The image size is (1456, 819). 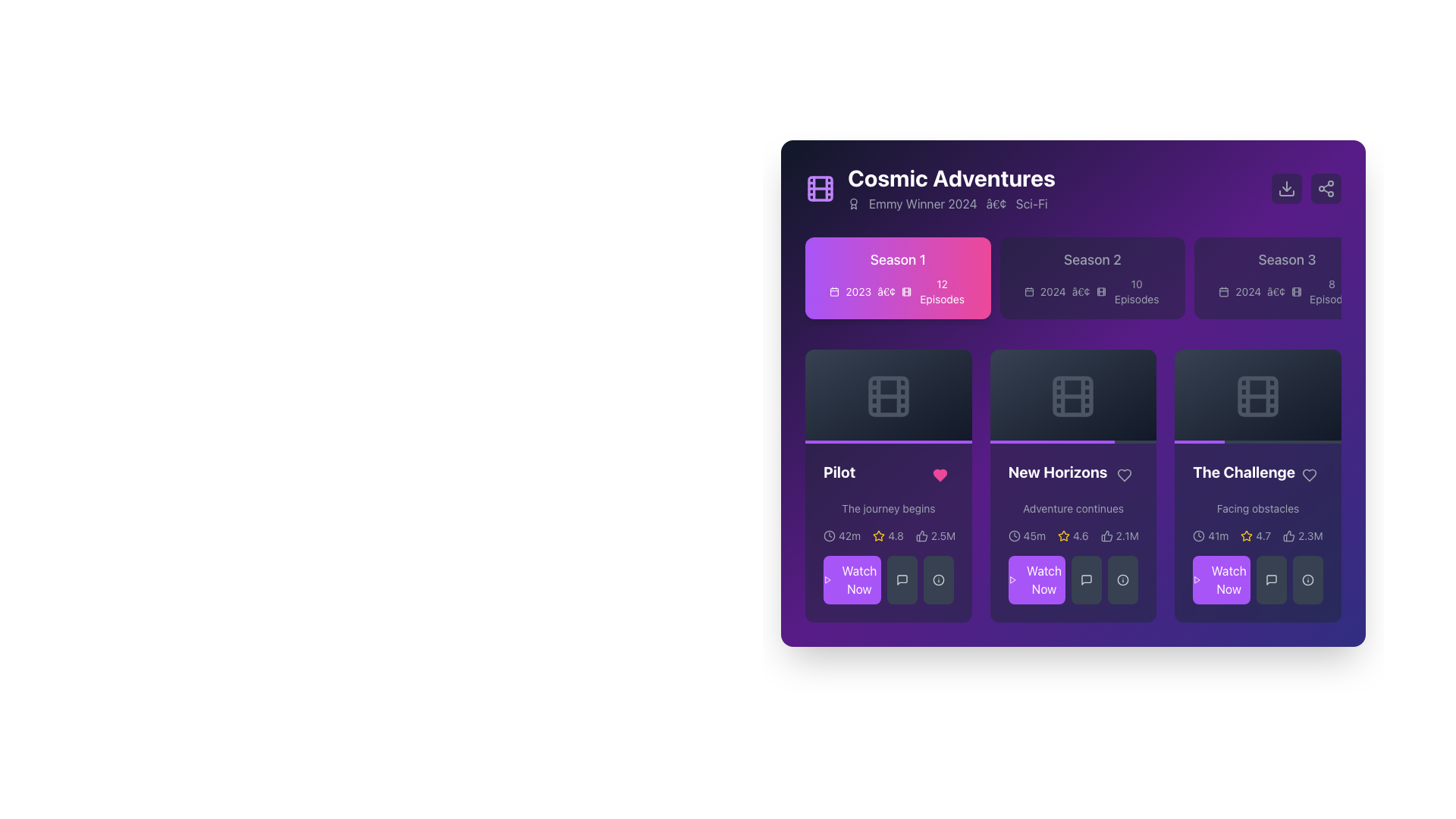 I want to click on the Text label displaying the number of episodes available in Season 1, located to the right of the '2023' text and icon, so click(x=941, y=292).